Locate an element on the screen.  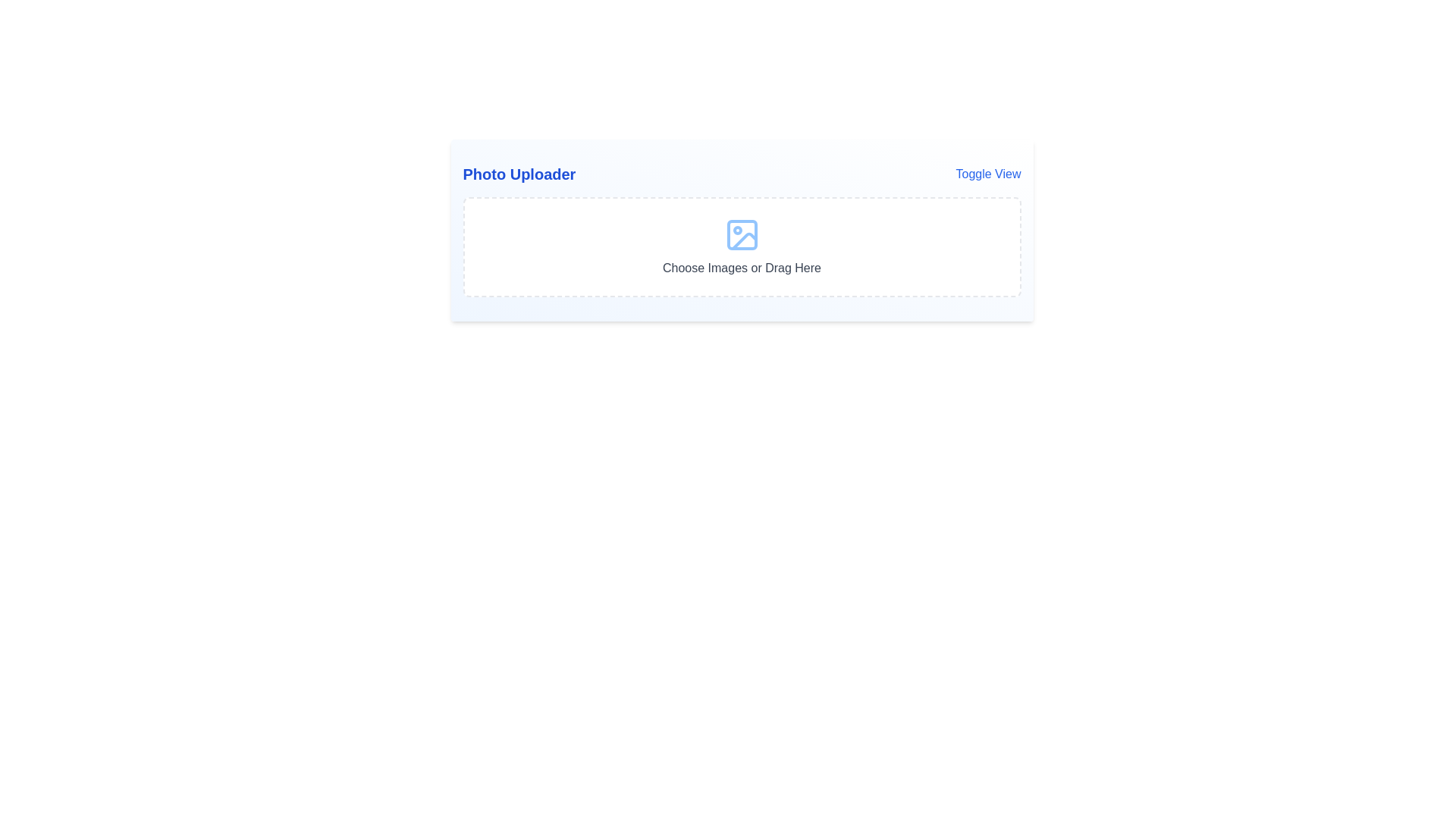
the 'Toggle View' element, which is part of the 'Photo Uploader' section is located at coordinates (742, 174).